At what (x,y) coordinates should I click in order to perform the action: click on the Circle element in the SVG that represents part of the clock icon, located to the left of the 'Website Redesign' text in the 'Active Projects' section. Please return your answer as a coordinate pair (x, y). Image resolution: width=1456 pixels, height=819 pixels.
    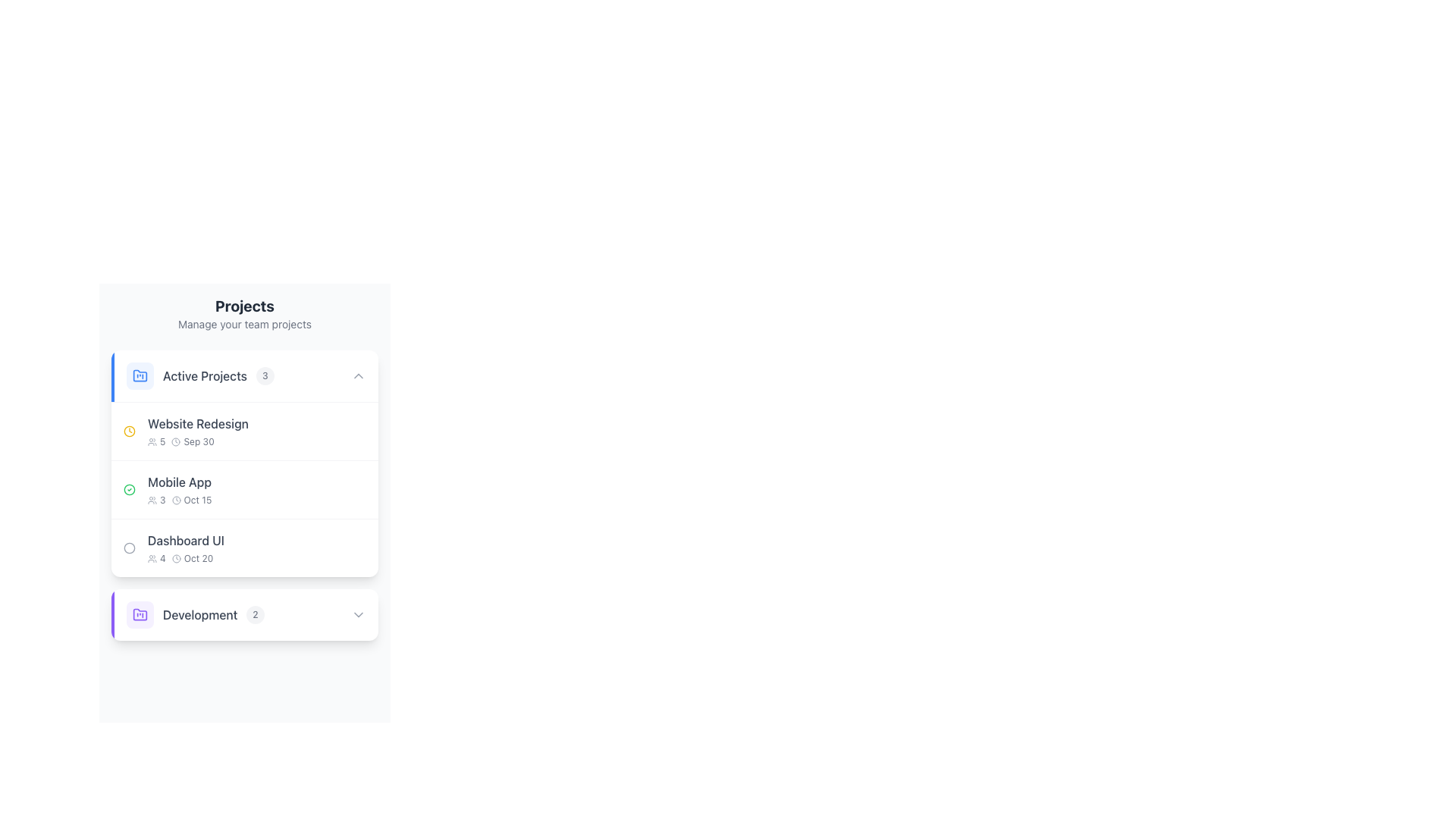
    Looking at the image, I should click on (176, 441).